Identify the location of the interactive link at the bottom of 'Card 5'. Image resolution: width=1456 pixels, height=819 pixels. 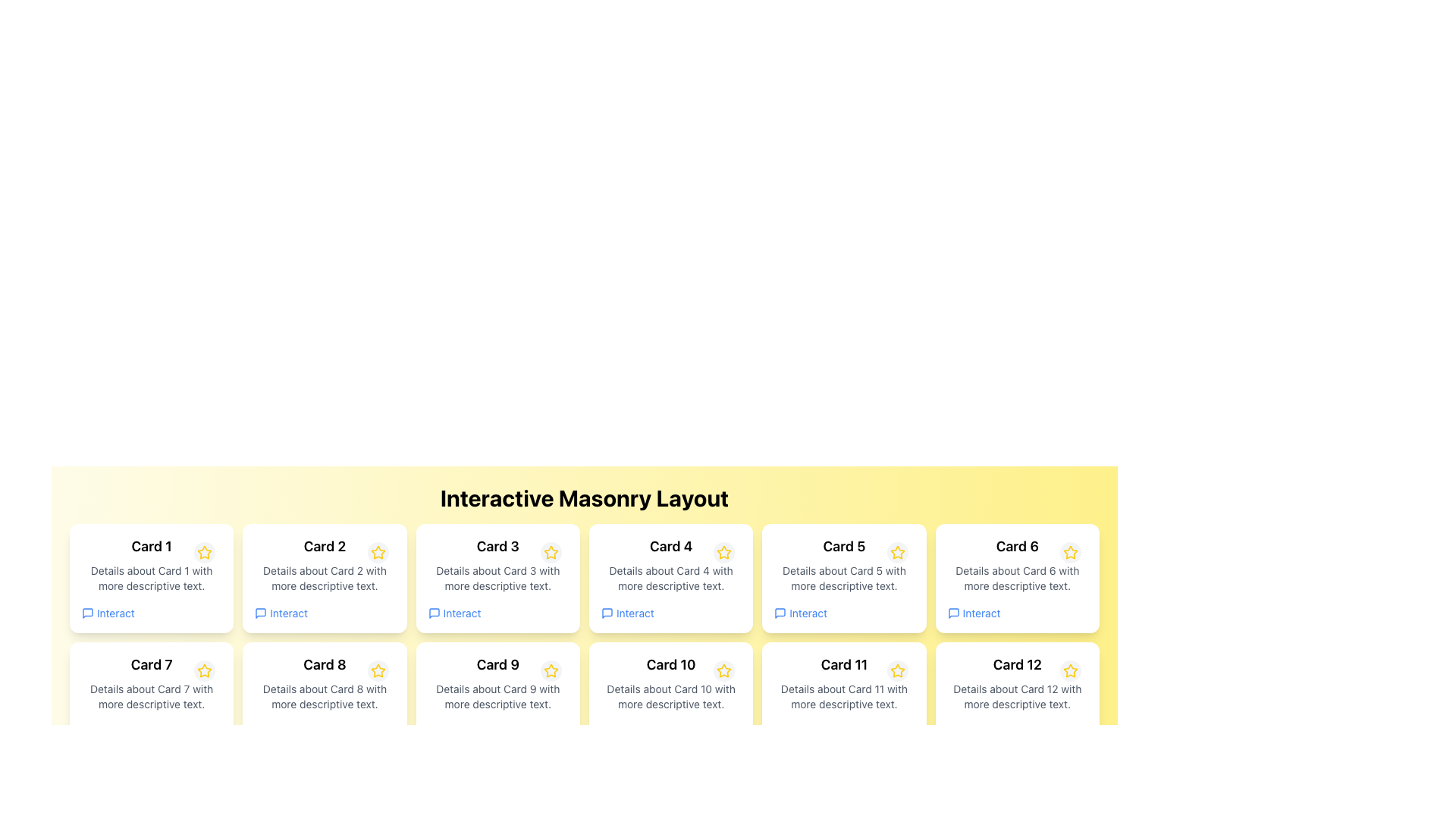
(800, 613).